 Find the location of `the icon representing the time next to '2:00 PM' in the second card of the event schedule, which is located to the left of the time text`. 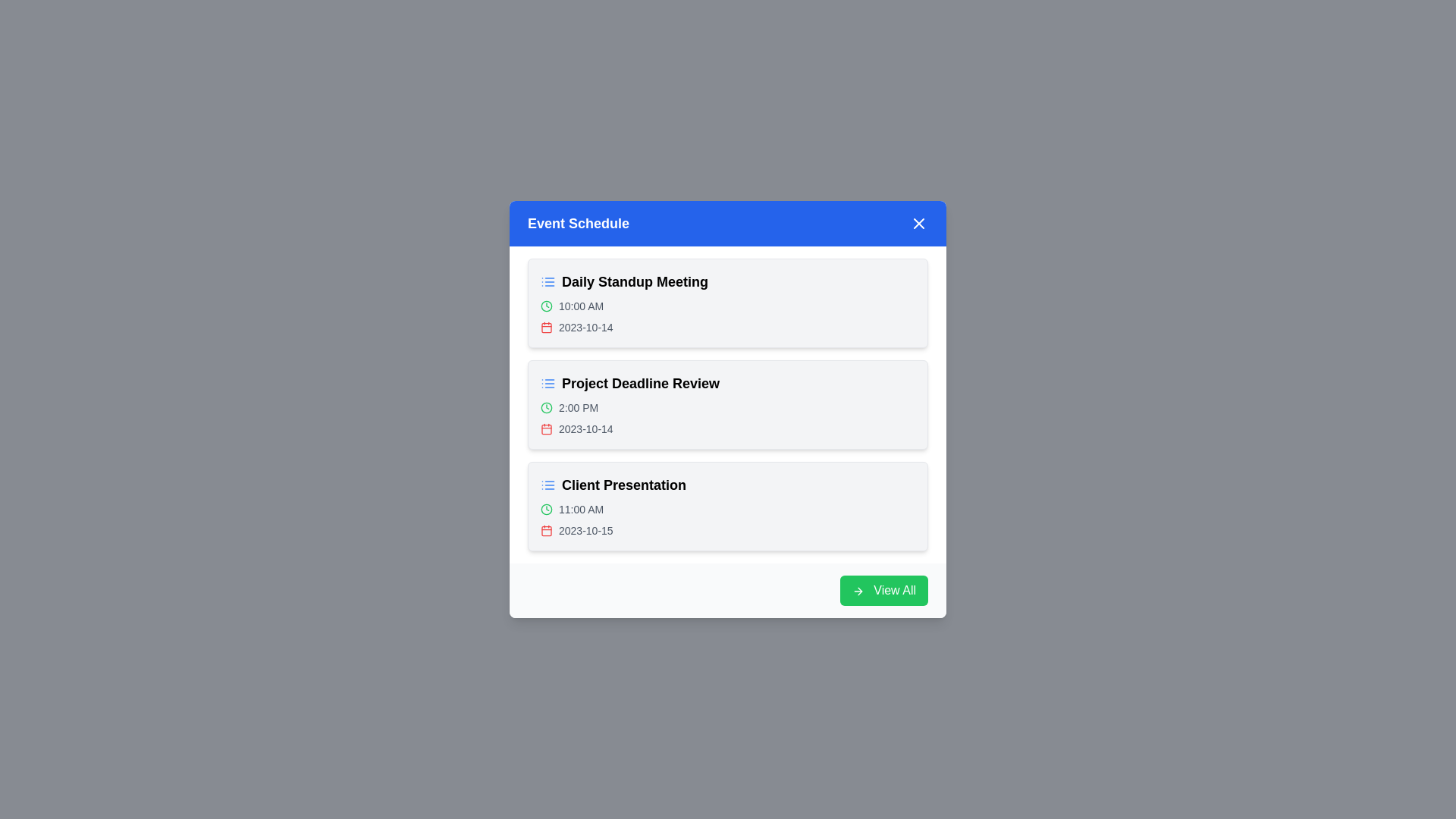

the icon representing the time next to '2:00 PM' in the second card of the event schedule, which is located to the left of the time text is located at coordinates (546, 406).